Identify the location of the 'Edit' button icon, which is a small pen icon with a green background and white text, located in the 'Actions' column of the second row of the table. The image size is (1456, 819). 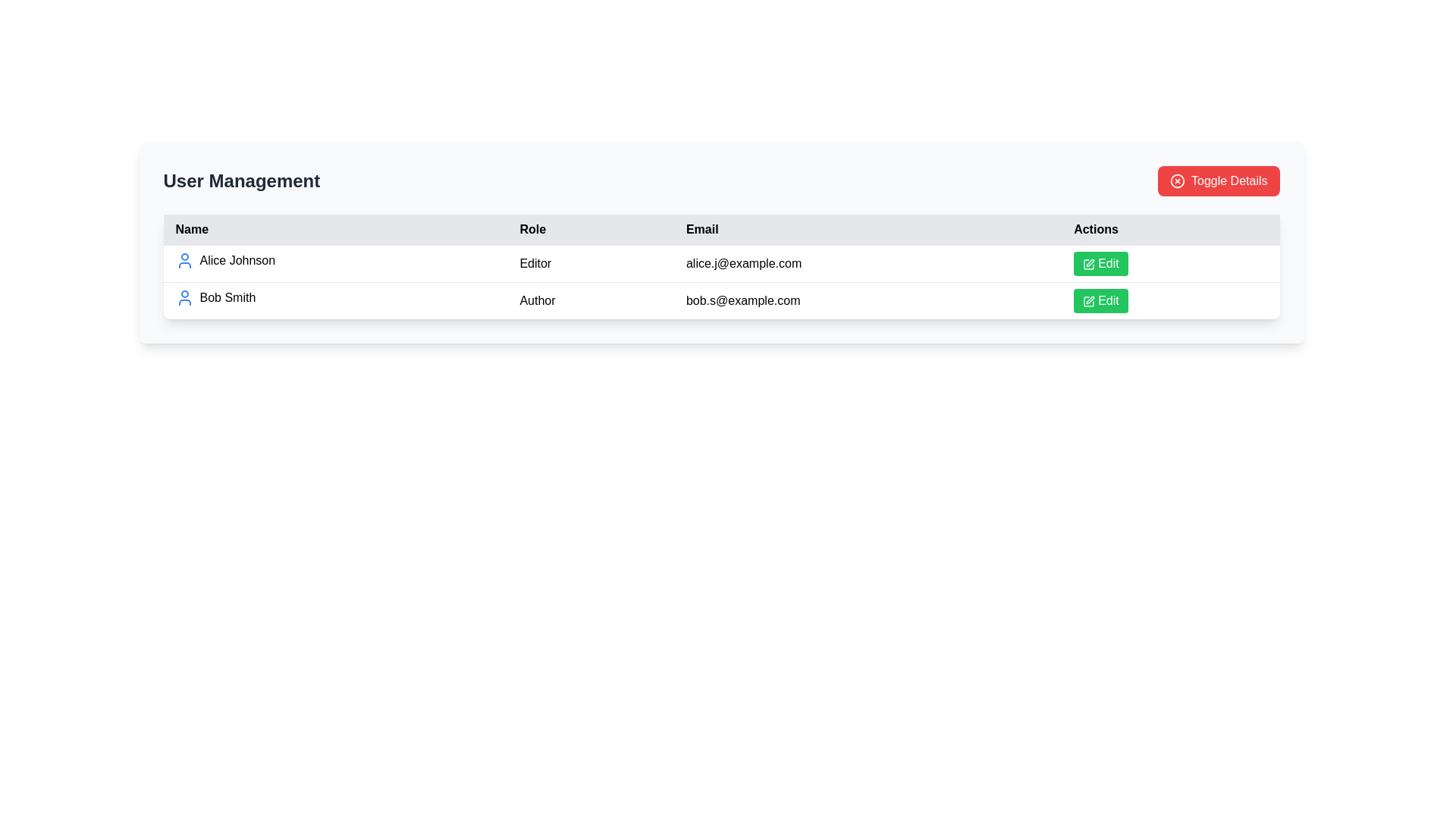
(1088, 301).